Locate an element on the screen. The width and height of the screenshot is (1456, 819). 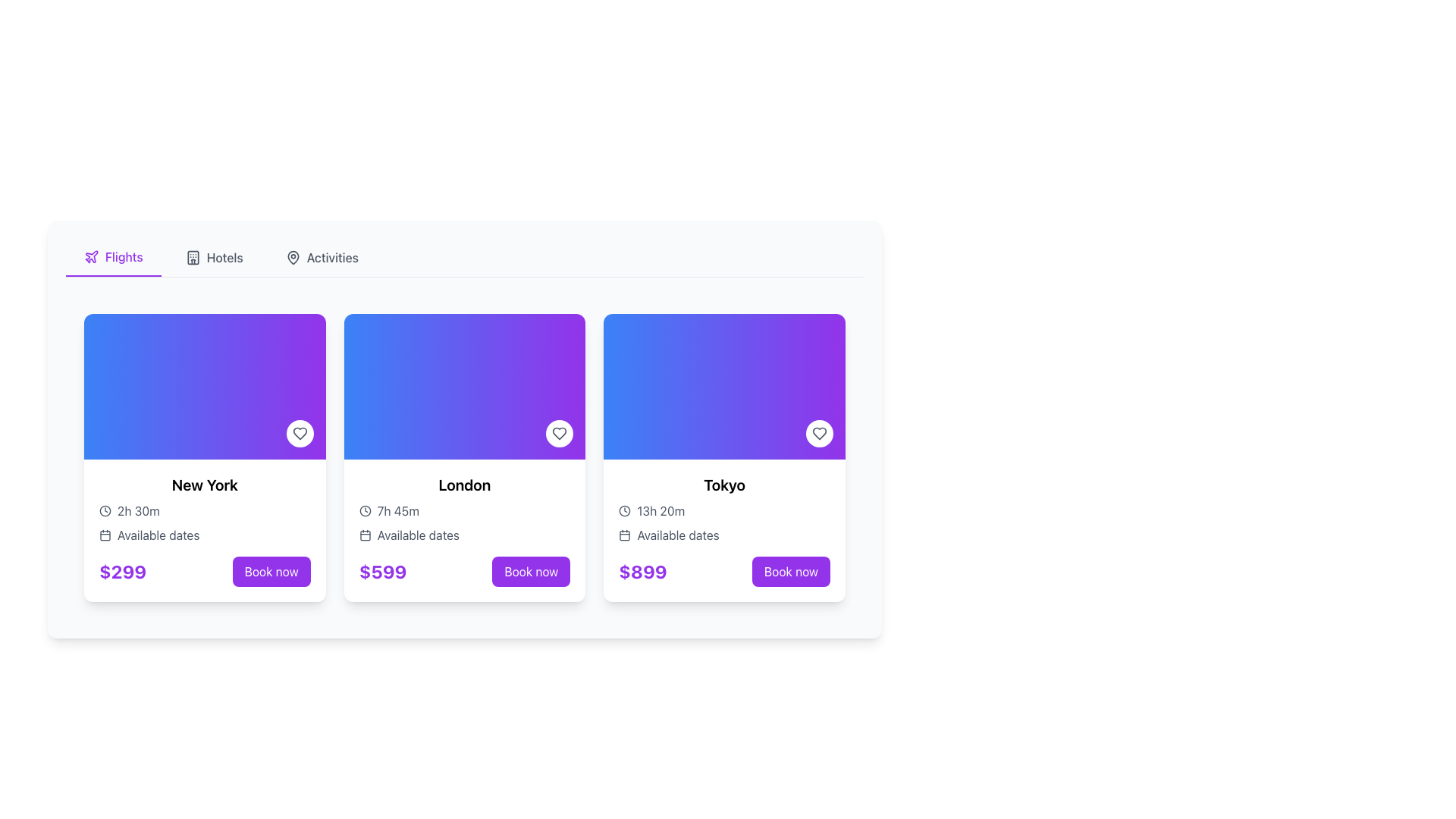
the bolded, large-sized text label displaying 'New York', which is centrally aligned within its area in the first flight card on the left, positioned beneath the card's primary visual area is located at coordinates (204, 485).